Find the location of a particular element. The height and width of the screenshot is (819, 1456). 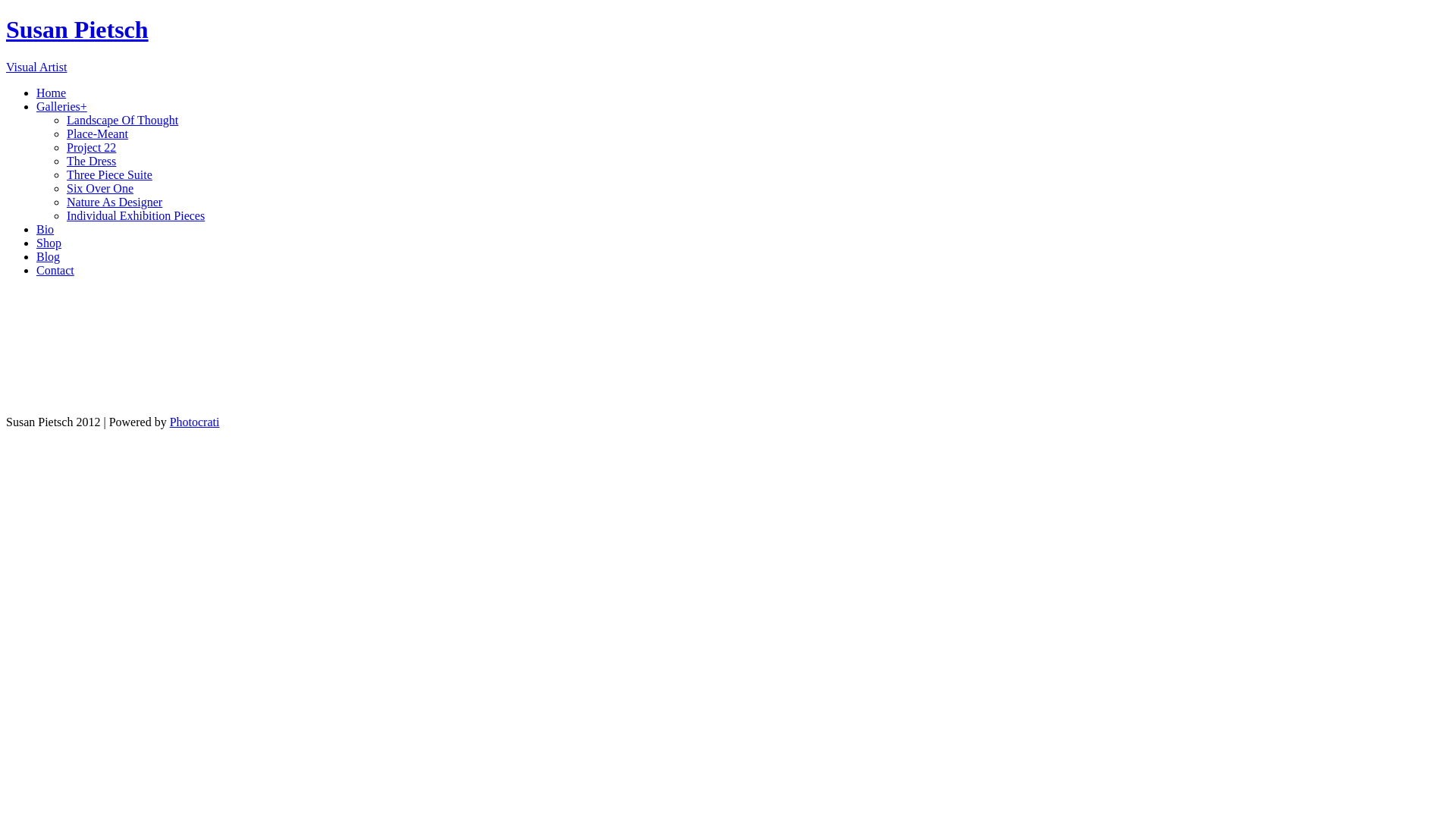

'Shop' is located at coordinates (49, 242).